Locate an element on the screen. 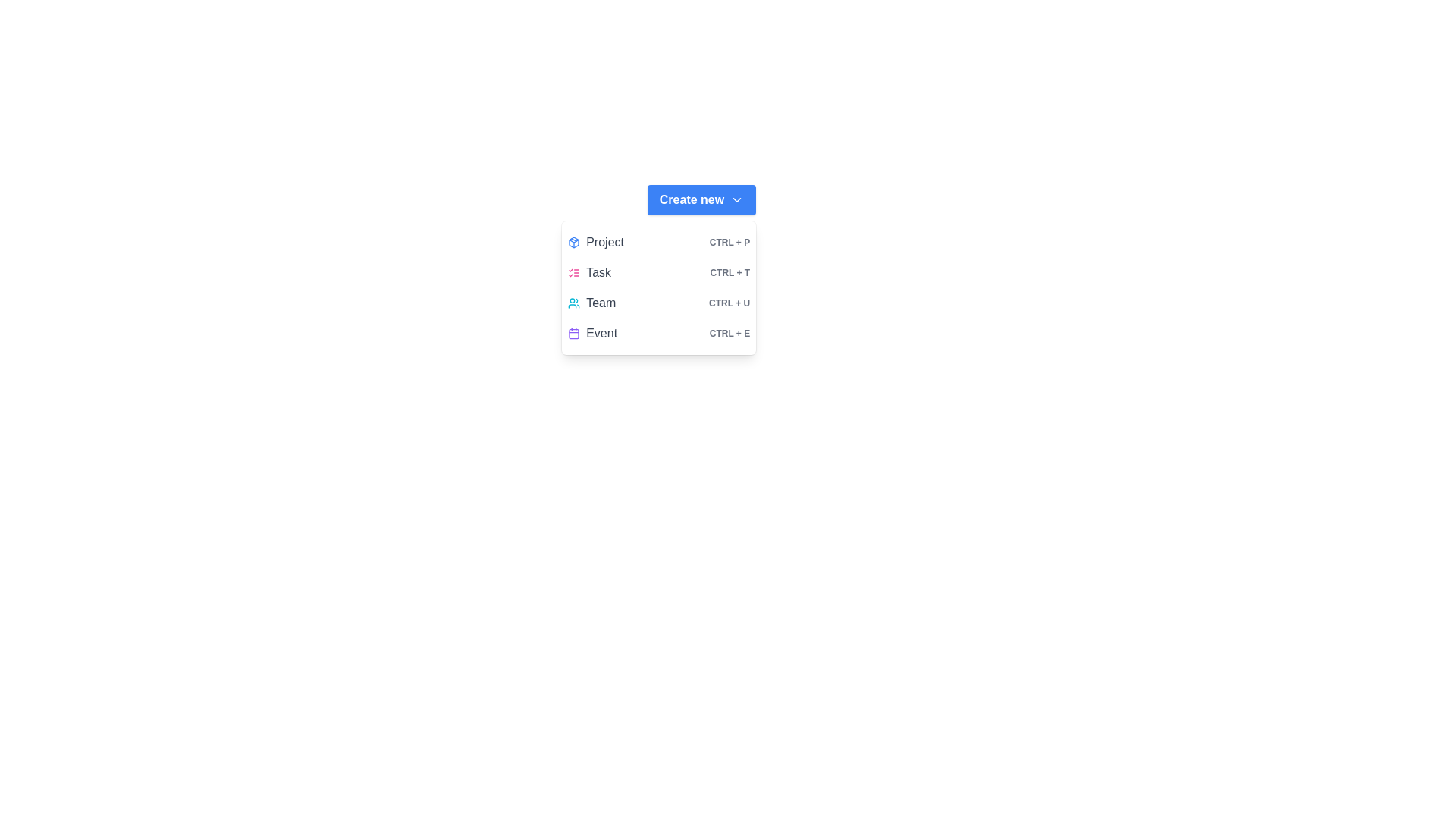 The width and height of the screenshot is (1456, 819). the Text Label displaying the keyboard shortcut 'Ctrl + T' associated with the 'Task' option in the menu, located on the right side of the 'Task' row is located at coordinates (730, 271).